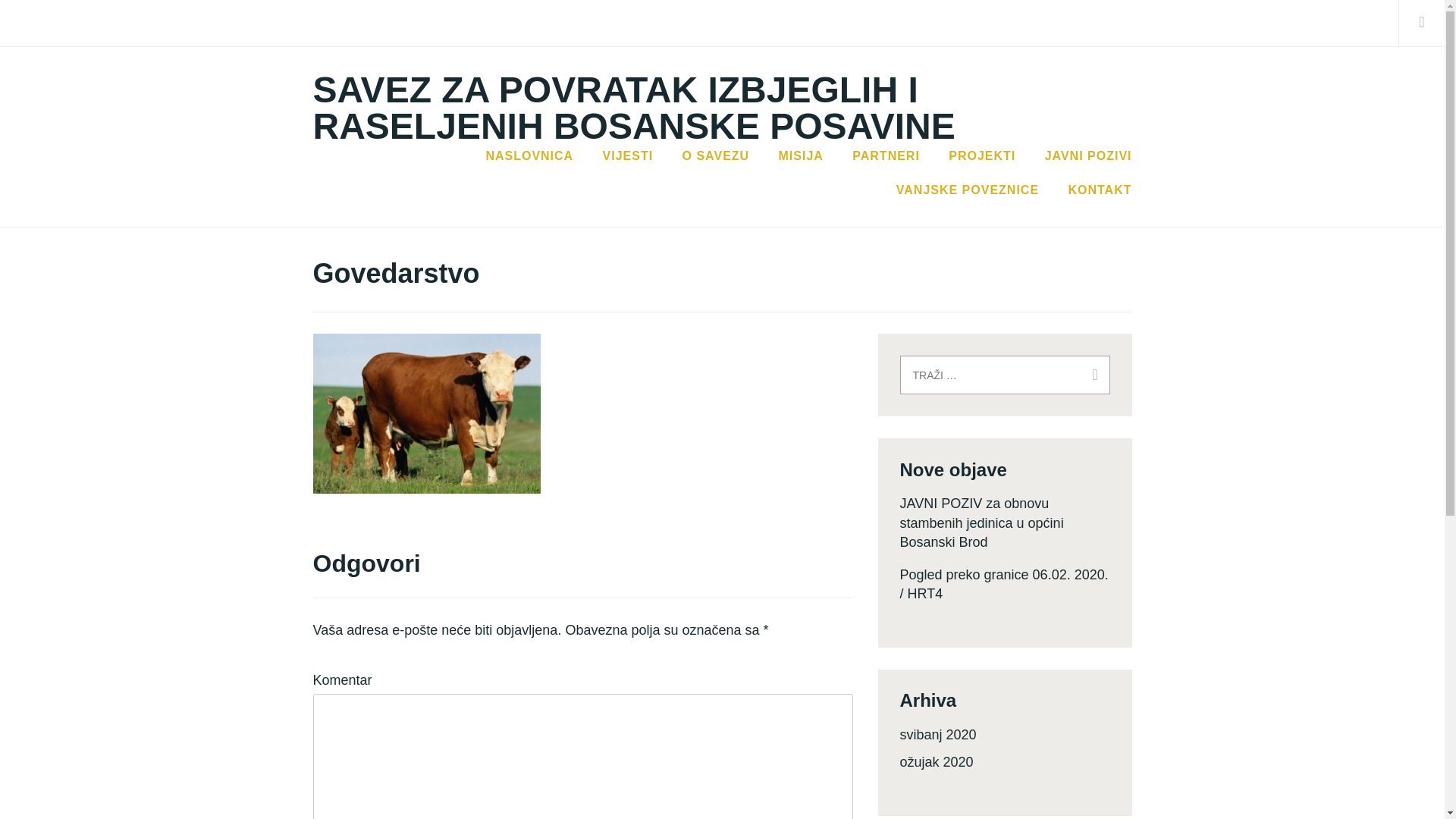 This screenshot has width=1456, height=819. What do you see at coordinates (896, 189) in the screenshot?
I see `'VANJSKE POVEZNICE'` at bounding box center [896, 189].